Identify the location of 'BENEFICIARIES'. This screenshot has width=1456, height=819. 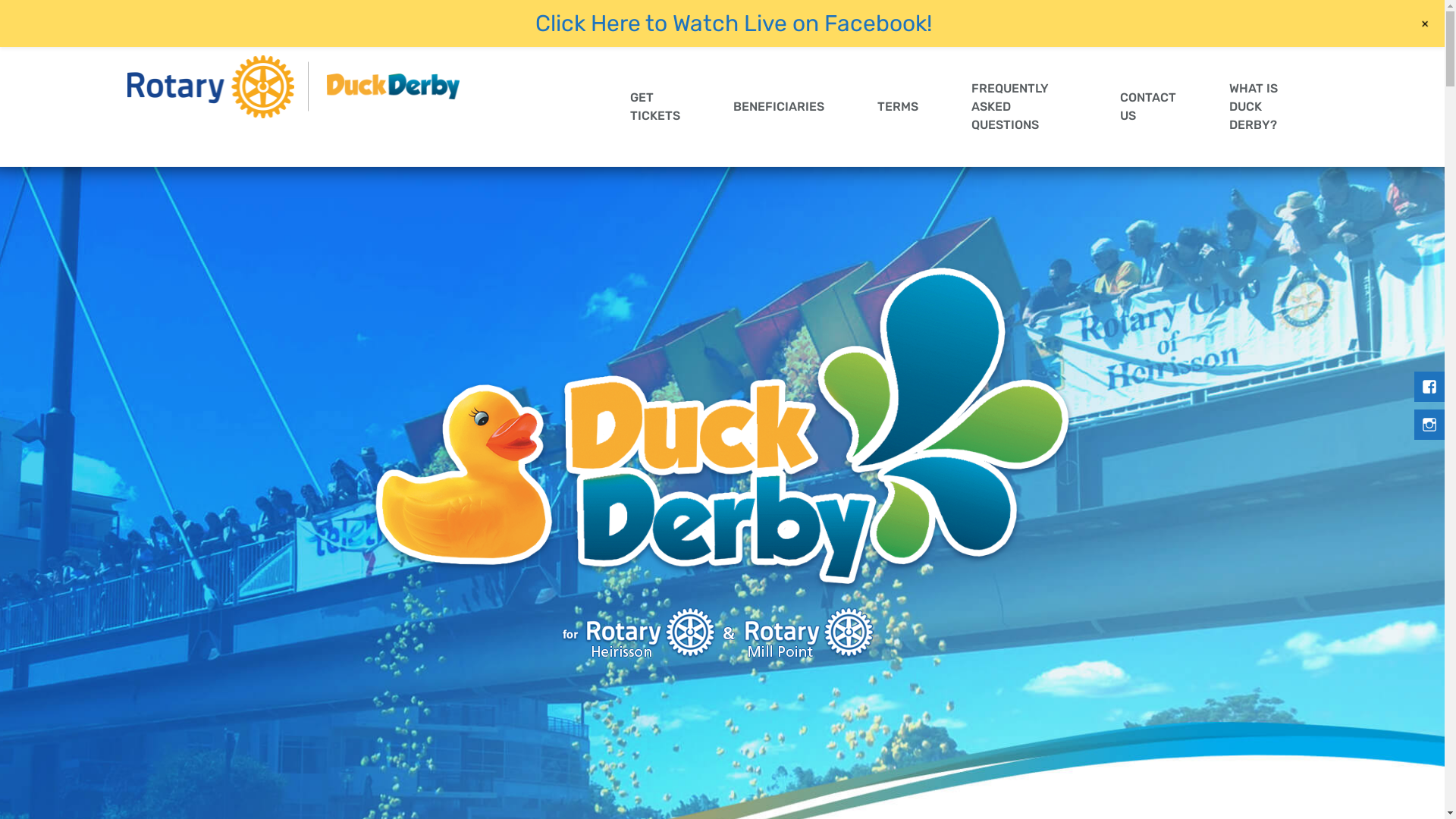
(705, 106).